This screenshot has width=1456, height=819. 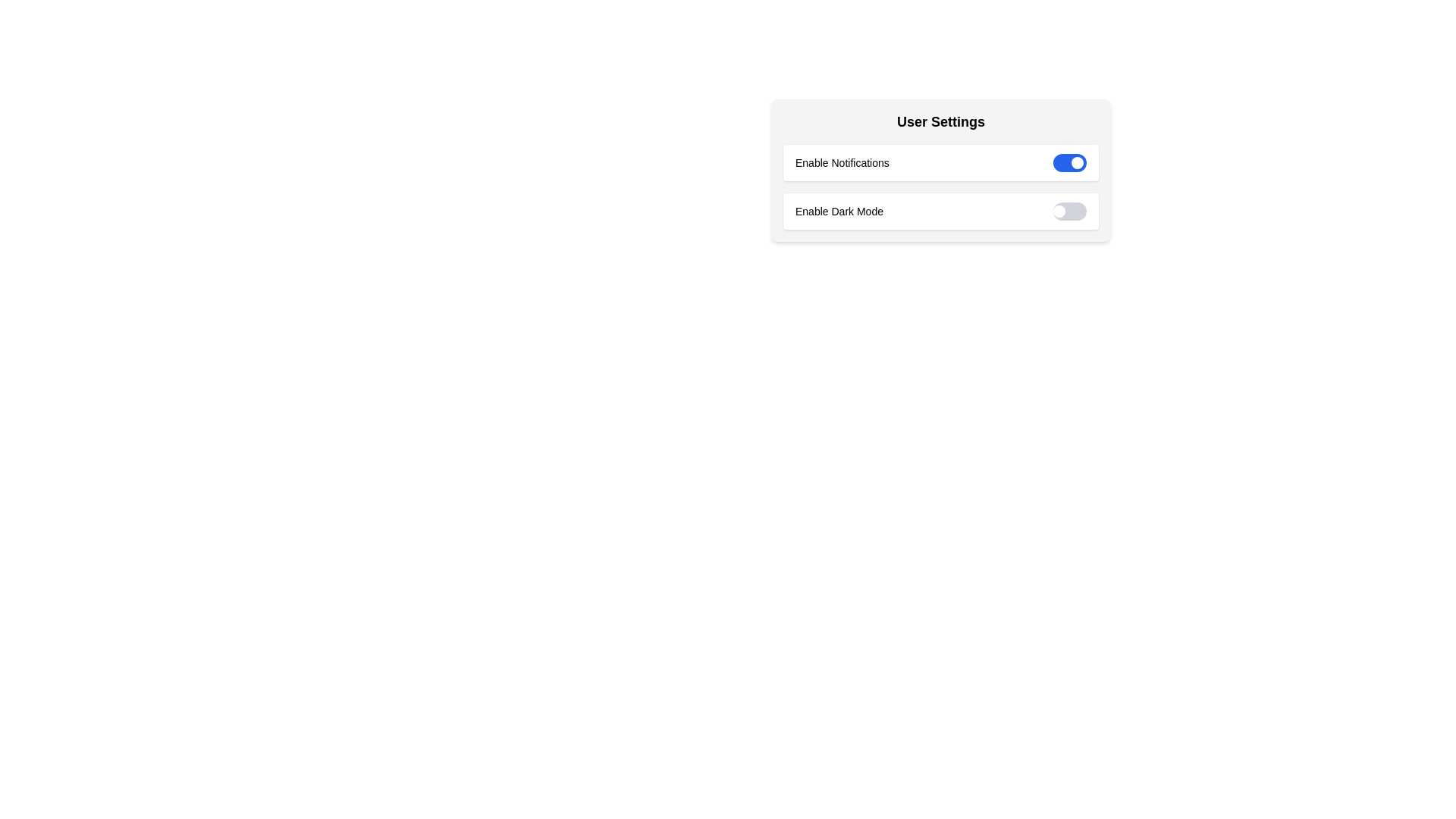 I want to click on the toggle switch labeled 'Enable Dark Mode' to change its state from off to on, so click(x=940, y=211).